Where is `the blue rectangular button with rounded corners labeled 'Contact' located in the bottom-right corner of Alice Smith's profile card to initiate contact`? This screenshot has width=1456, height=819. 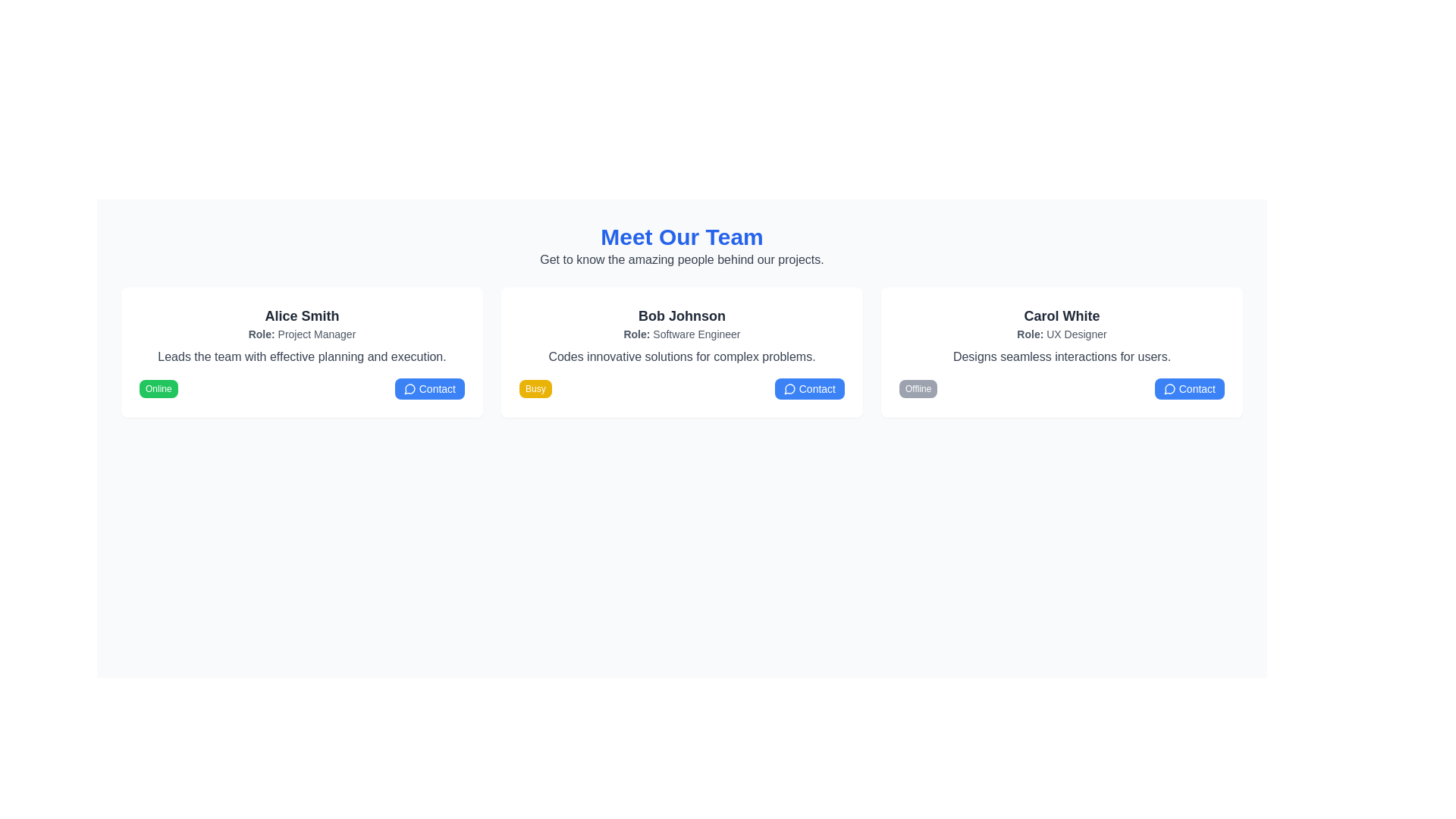 the blue rectangular button with rounded corners labeled 'Contact' located in the bottom-right corner of Alice Smith's profile card to initiate contact is located at coordinates (428, 388).